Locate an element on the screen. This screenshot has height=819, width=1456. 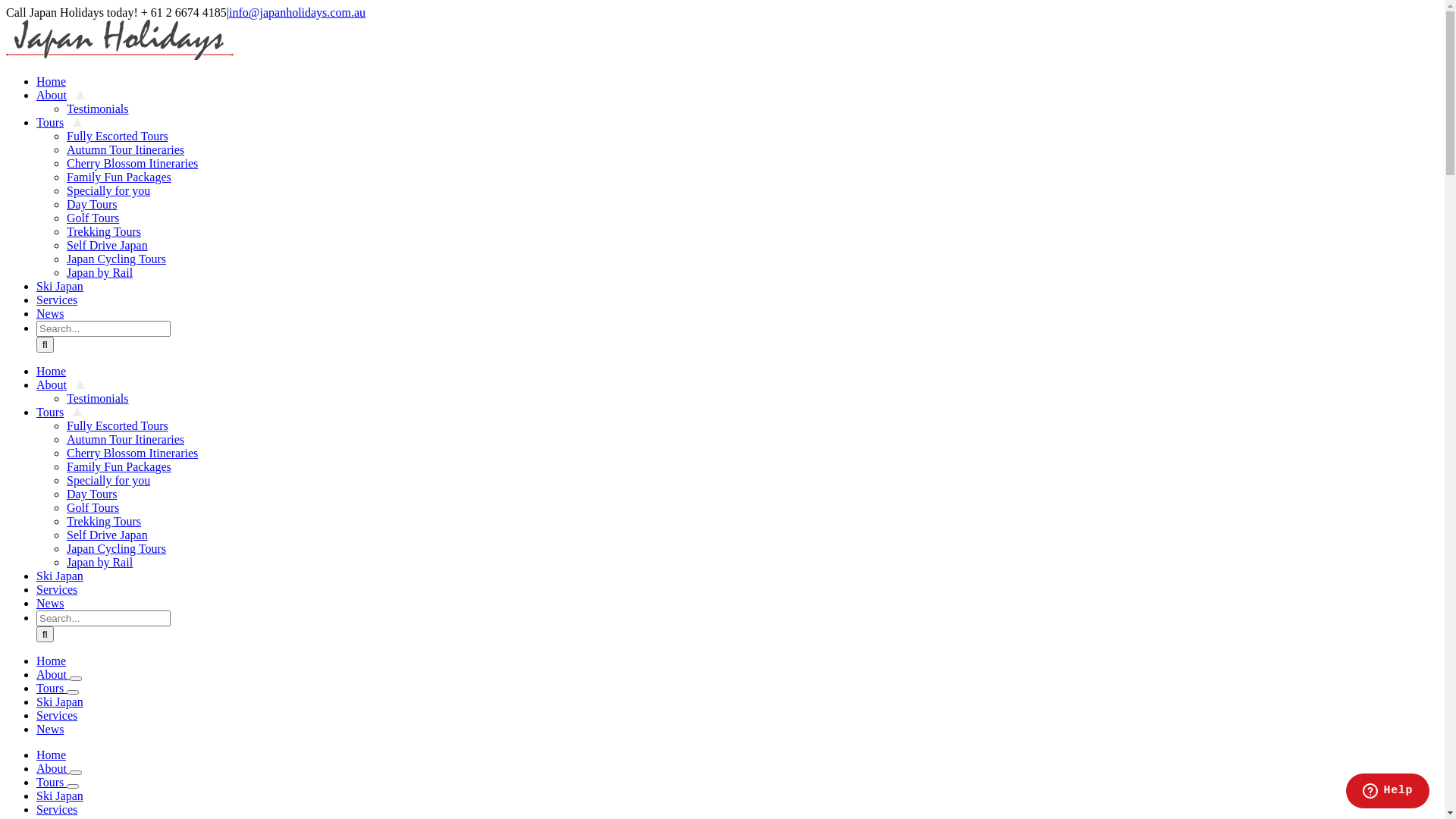
'Testimonials' is located at coordinates (65, 108).